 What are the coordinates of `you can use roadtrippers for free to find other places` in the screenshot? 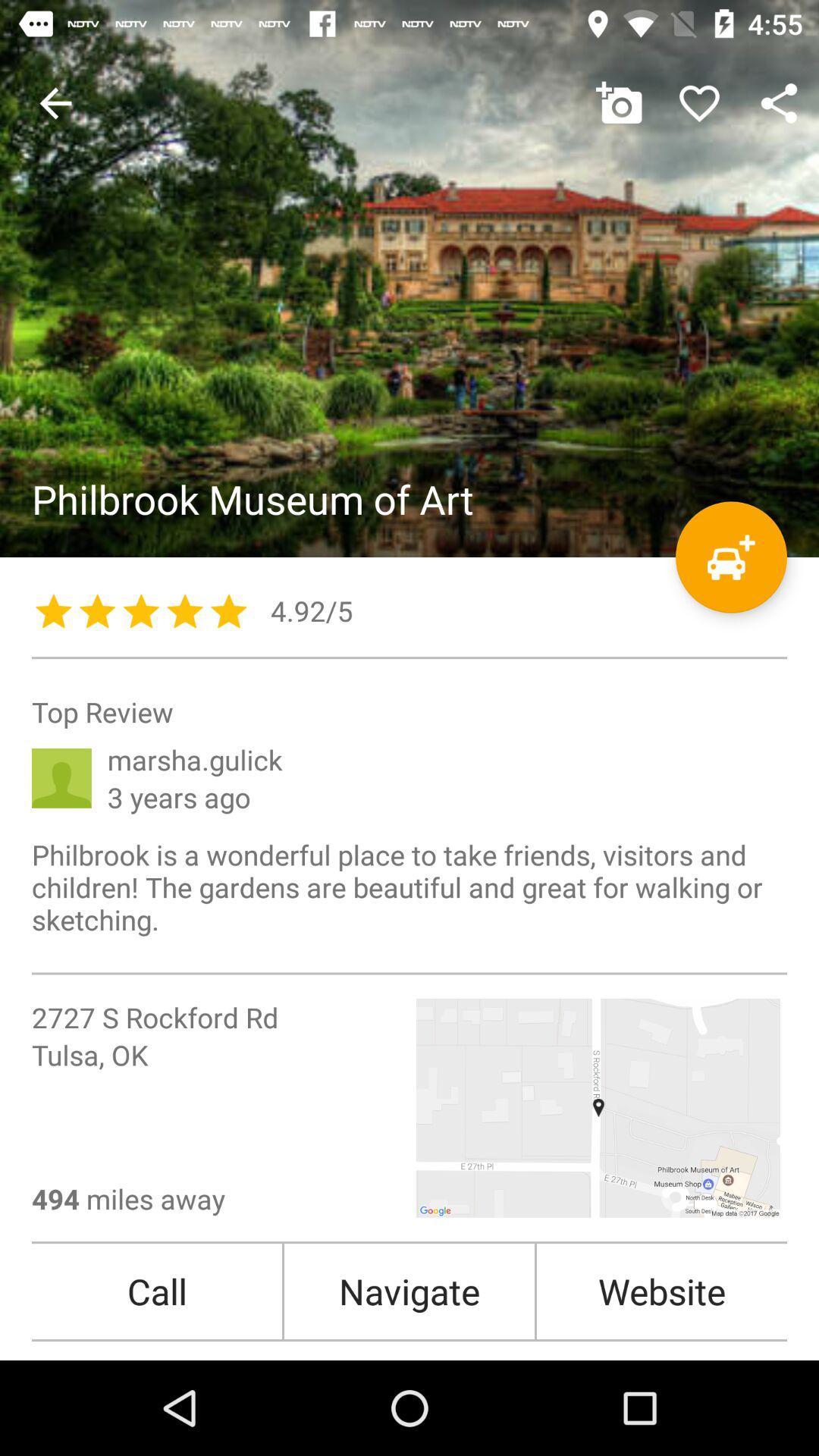 It's located at (730, 556).